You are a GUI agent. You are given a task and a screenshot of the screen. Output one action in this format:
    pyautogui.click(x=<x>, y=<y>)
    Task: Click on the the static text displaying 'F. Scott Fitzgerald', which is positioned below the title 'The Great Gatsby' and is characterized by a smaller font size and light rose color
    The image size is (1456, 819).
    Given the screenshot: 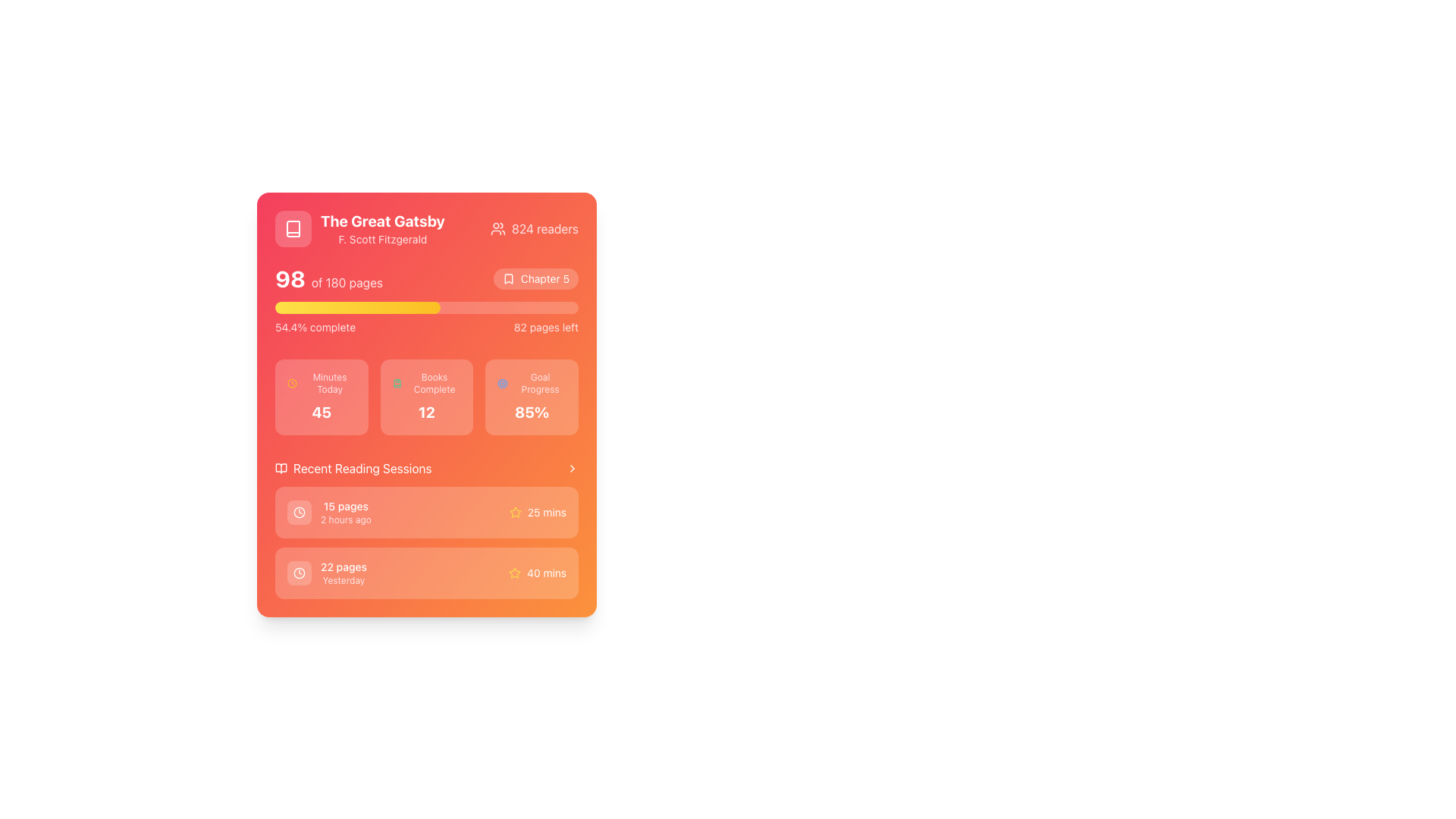 What is the action you would take?
    pyautogui.click(x=382, y=239)
    